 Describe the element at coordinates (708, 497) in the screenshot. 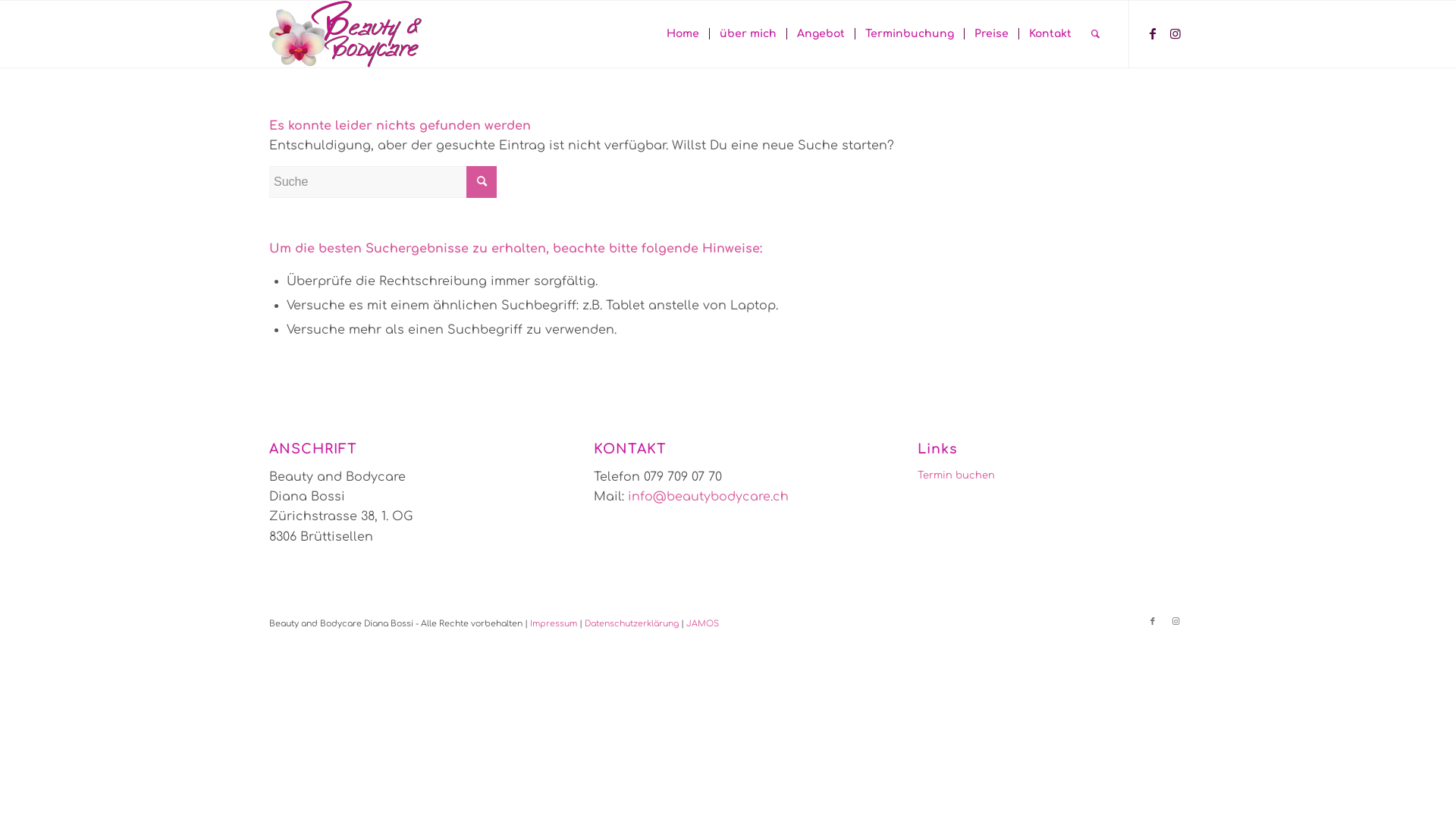

I see `'info@beautybodycare.ch'` at that location.